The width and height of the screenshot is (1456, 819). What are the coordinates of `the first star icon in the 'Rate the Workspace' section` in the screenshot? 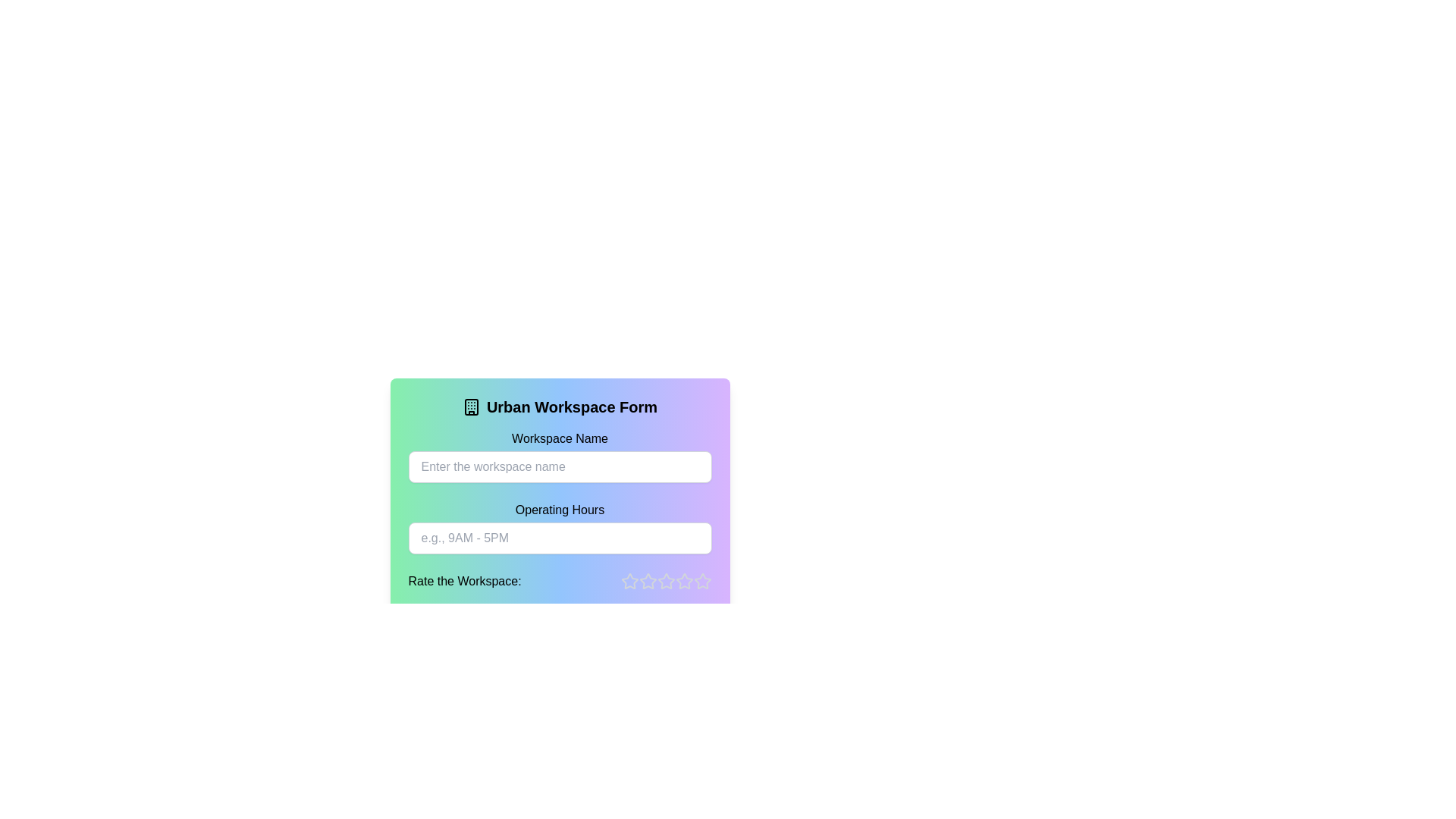 It's located at (629, 580).